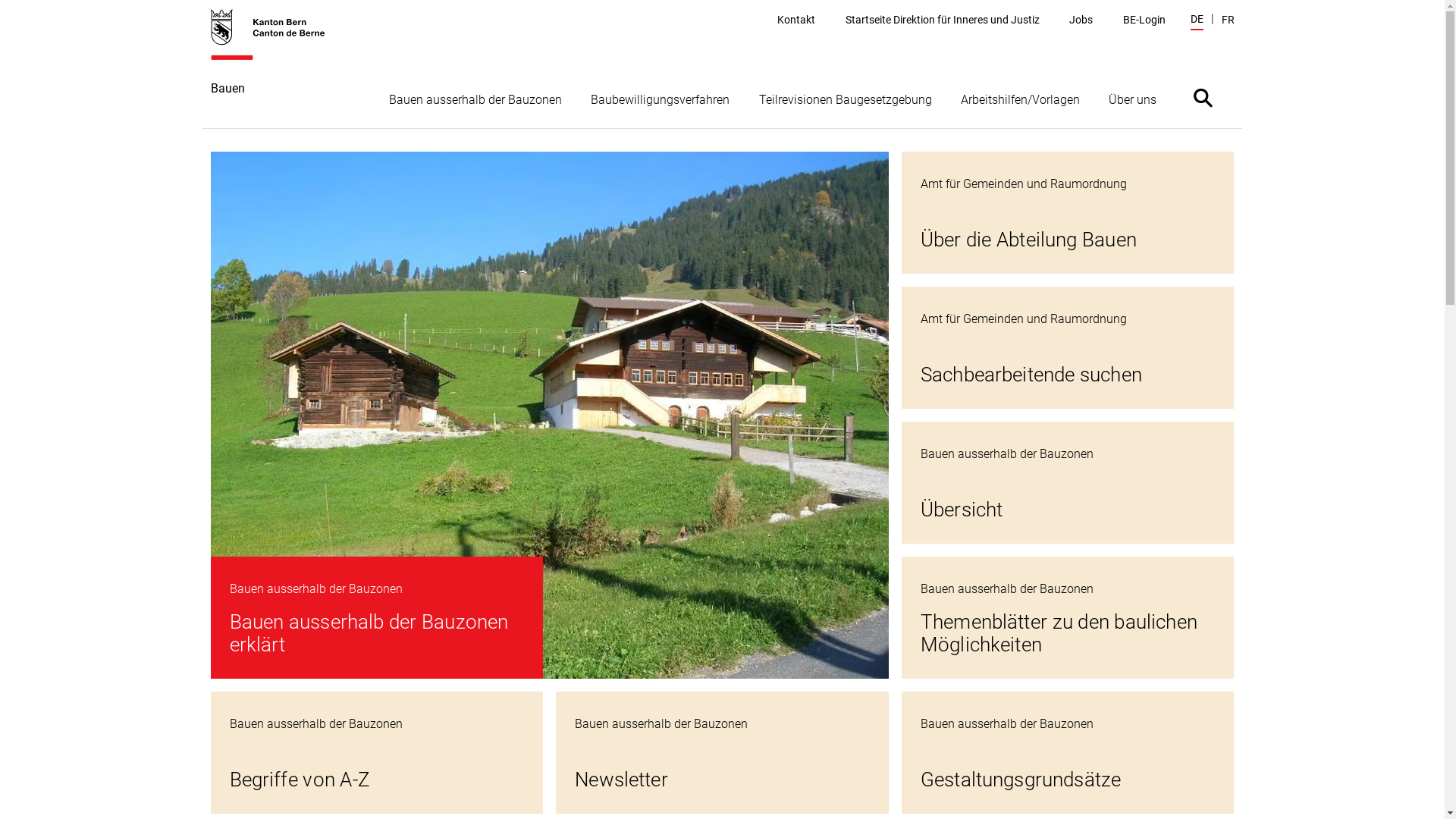 This screenshot has height=819, width=1456. I want to click on 'Newsletter, so click(721, 752).